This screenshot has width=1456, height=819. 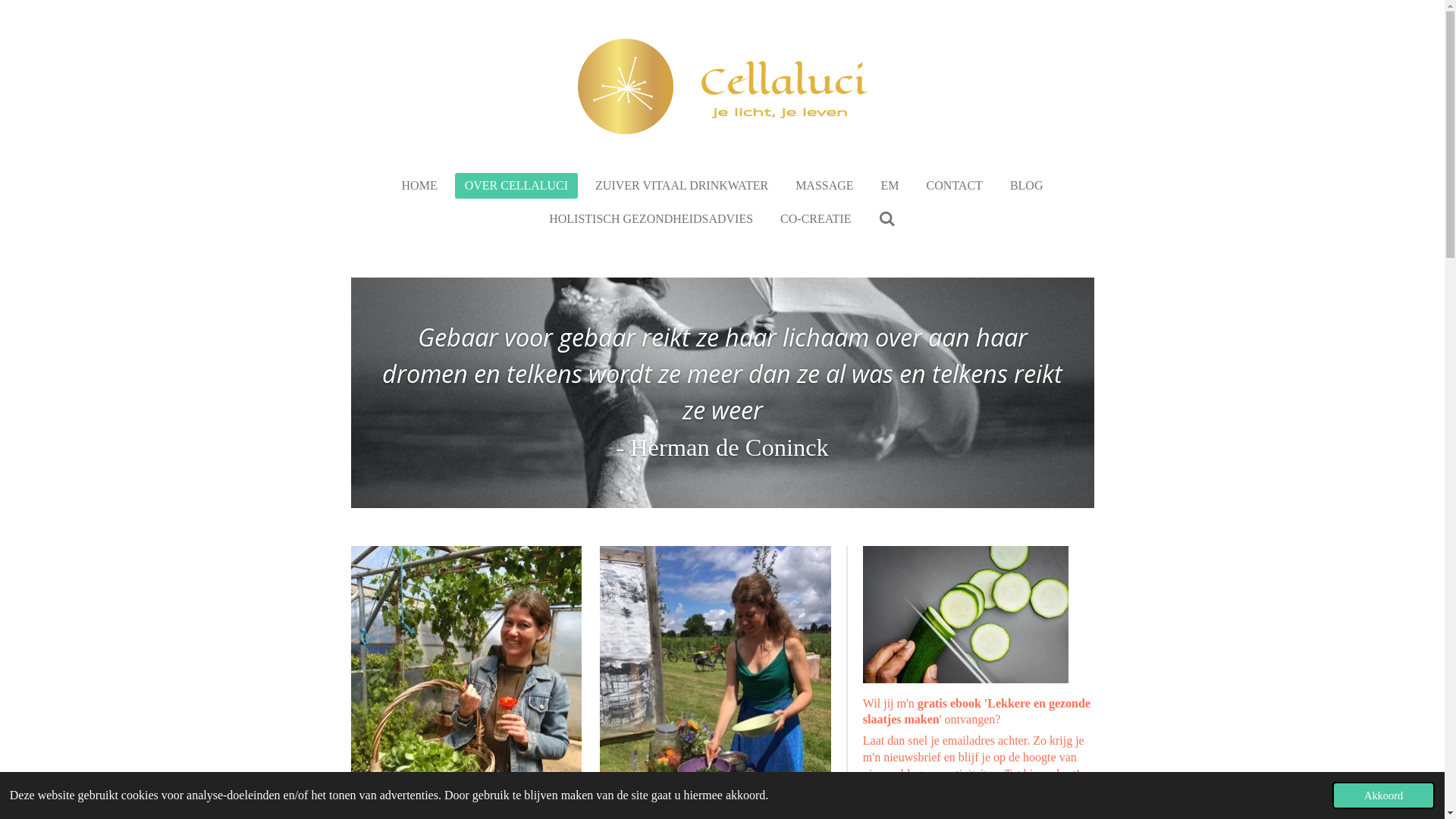 I want to click on 'Akkoord', so click(x=1383, y=795).